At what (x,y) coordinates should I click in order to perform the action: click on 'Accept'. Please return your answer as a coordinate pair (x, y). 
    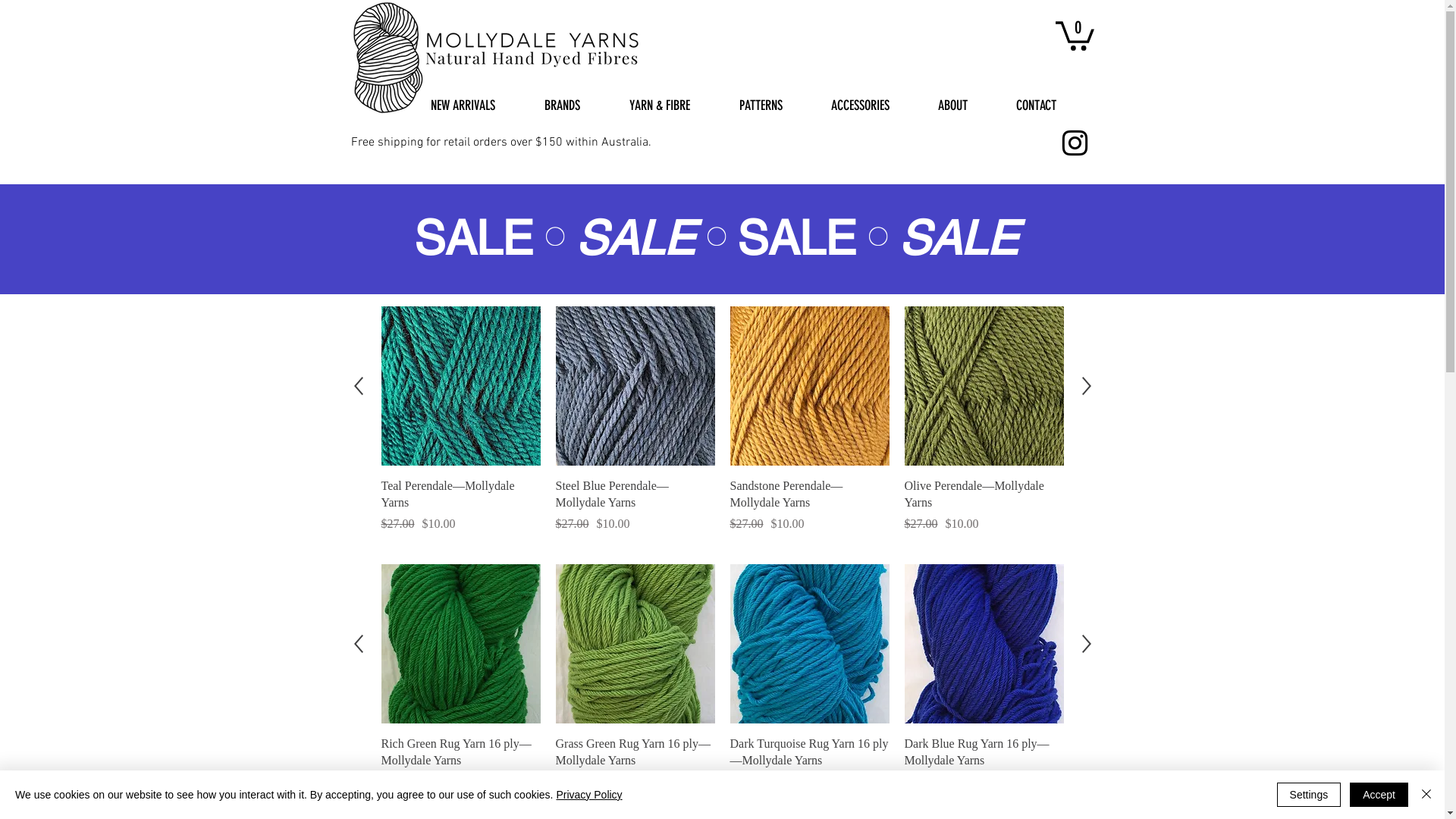
    Looking at the image, I should click on (1379, 794).